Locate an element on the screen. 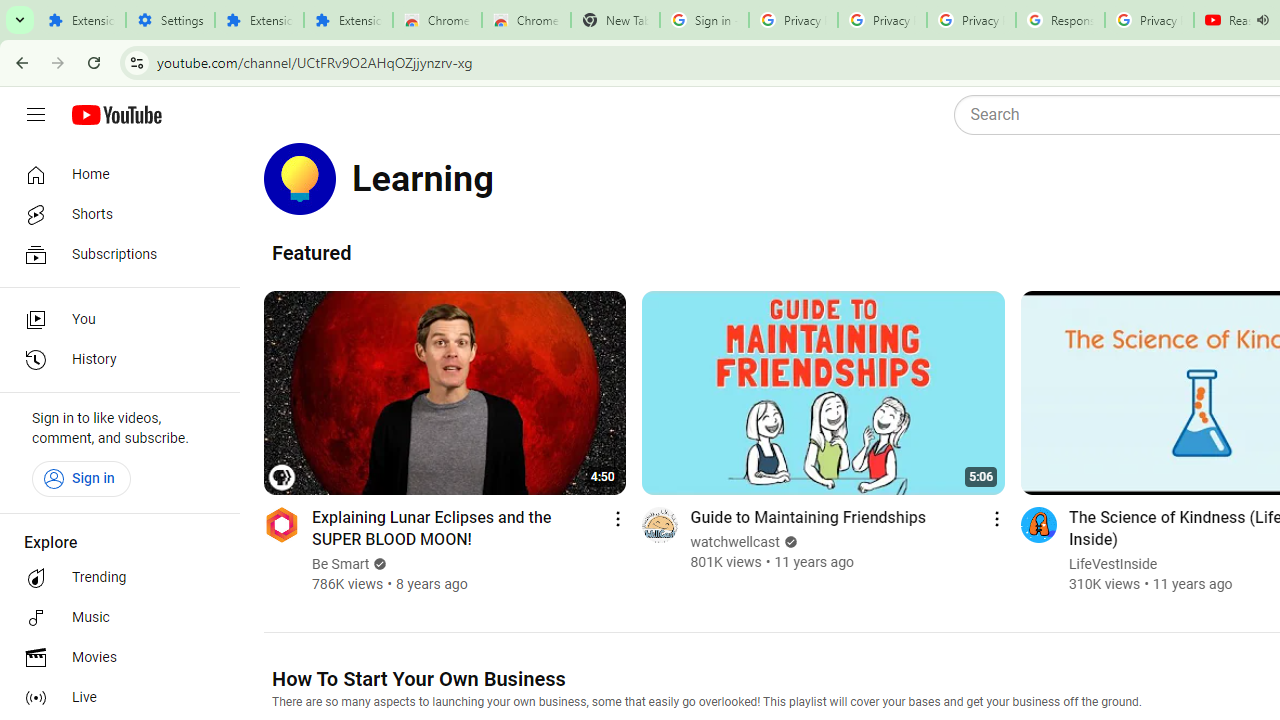 The image size is (1280, 720). 'Trending' is located at coordinates (112, 578).